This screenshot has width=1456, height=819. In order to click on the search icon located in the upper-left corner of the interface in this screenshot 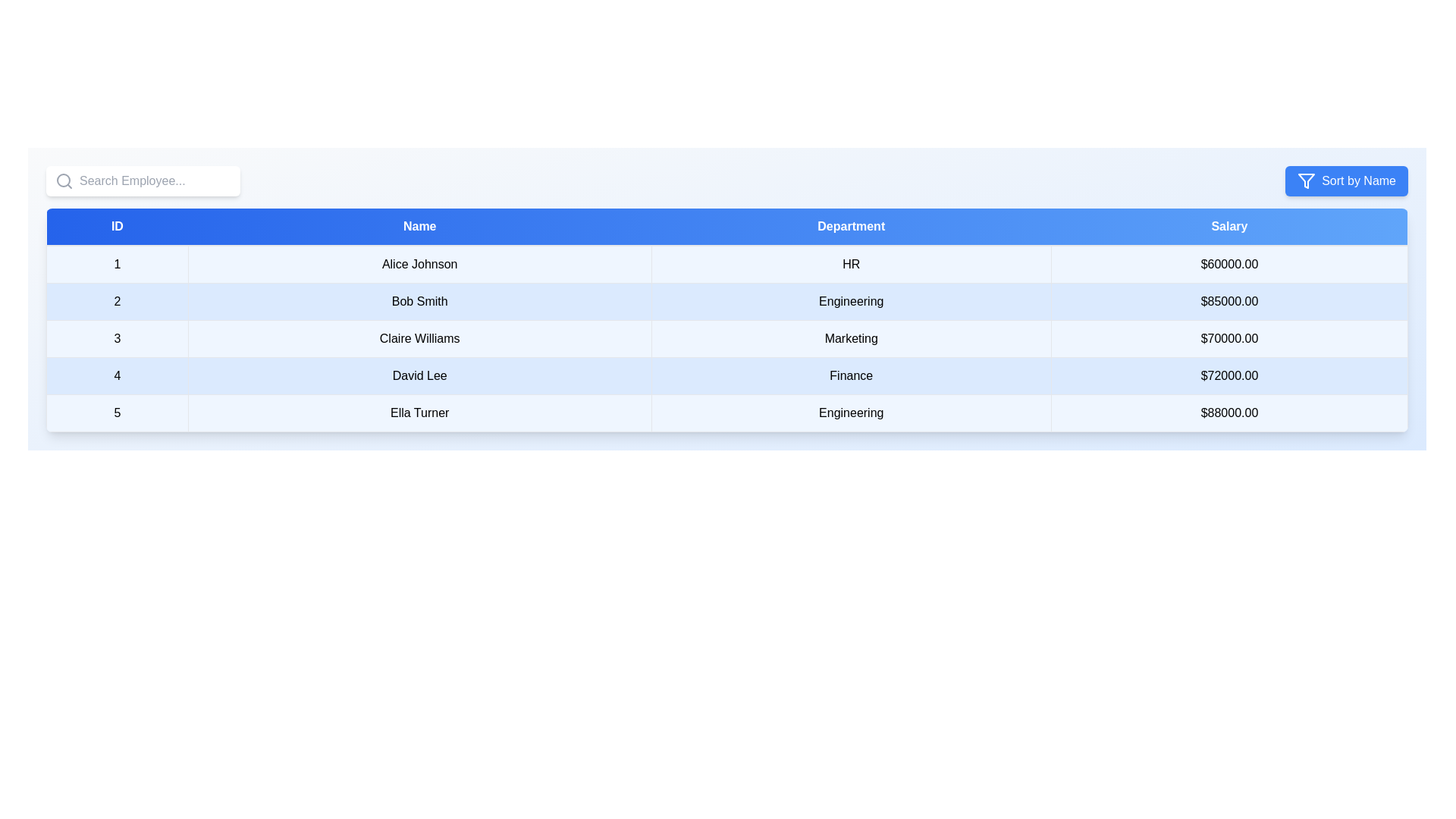, I will do `click(64, 180)`.